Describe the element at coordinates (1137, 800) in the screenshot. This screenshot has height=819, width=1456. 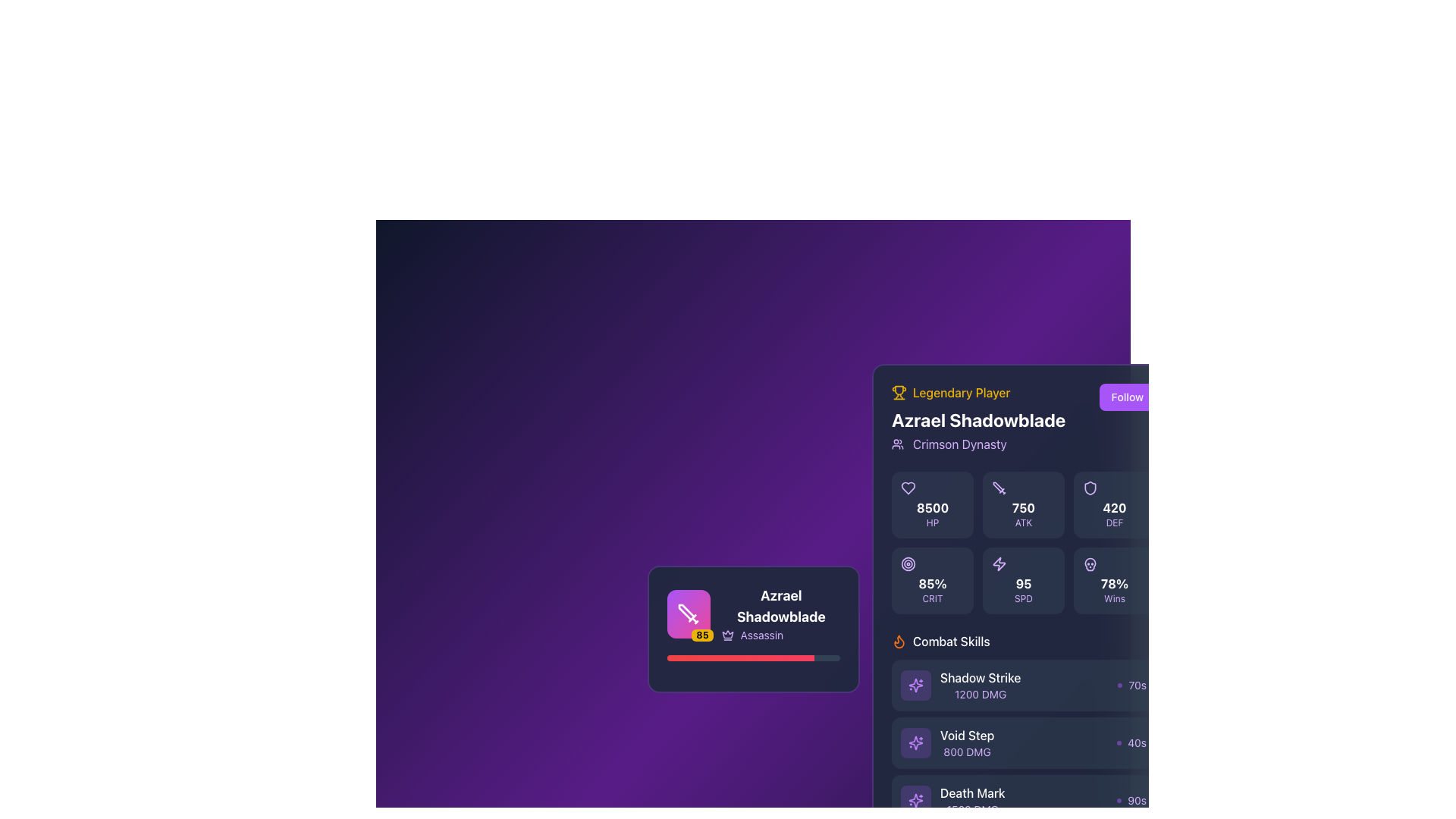
I see `text content of the '90s' text label, which is styled with a small font size and light purple color, located next to a purple circular icon in the combat skill details section` at that location.